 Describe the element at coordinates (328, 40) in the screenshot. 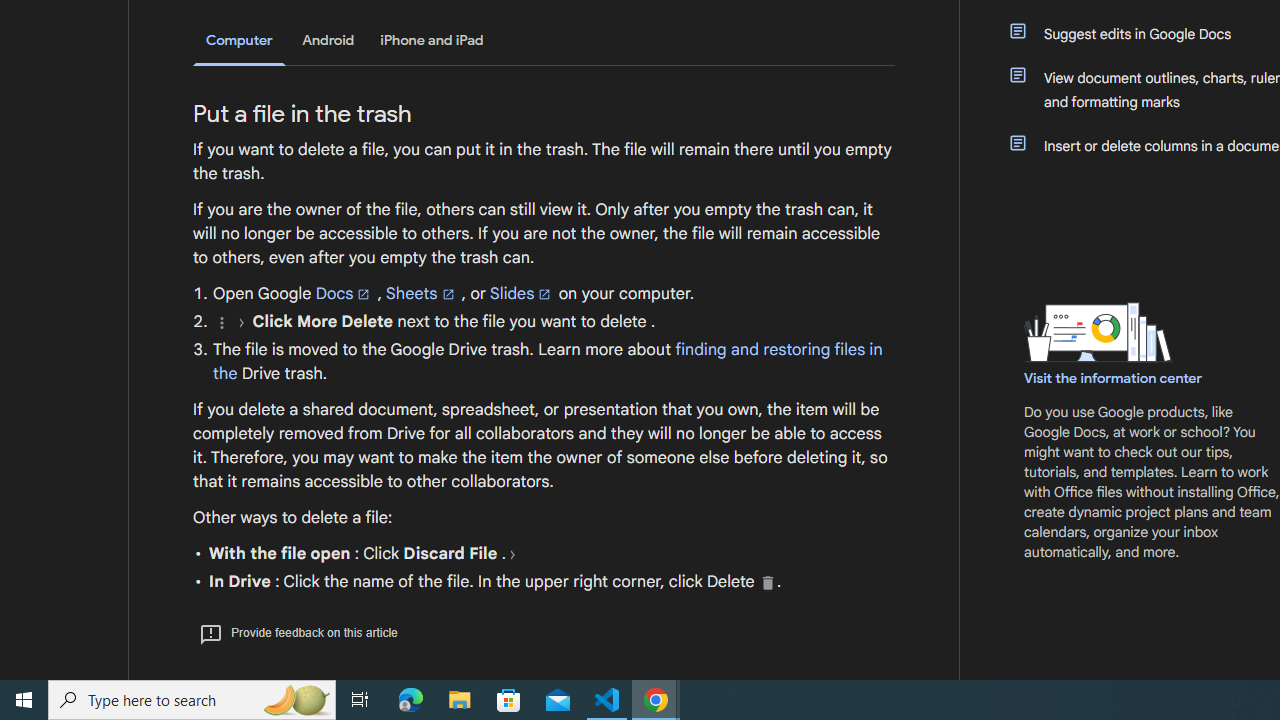

I see `'Android'` at that location.